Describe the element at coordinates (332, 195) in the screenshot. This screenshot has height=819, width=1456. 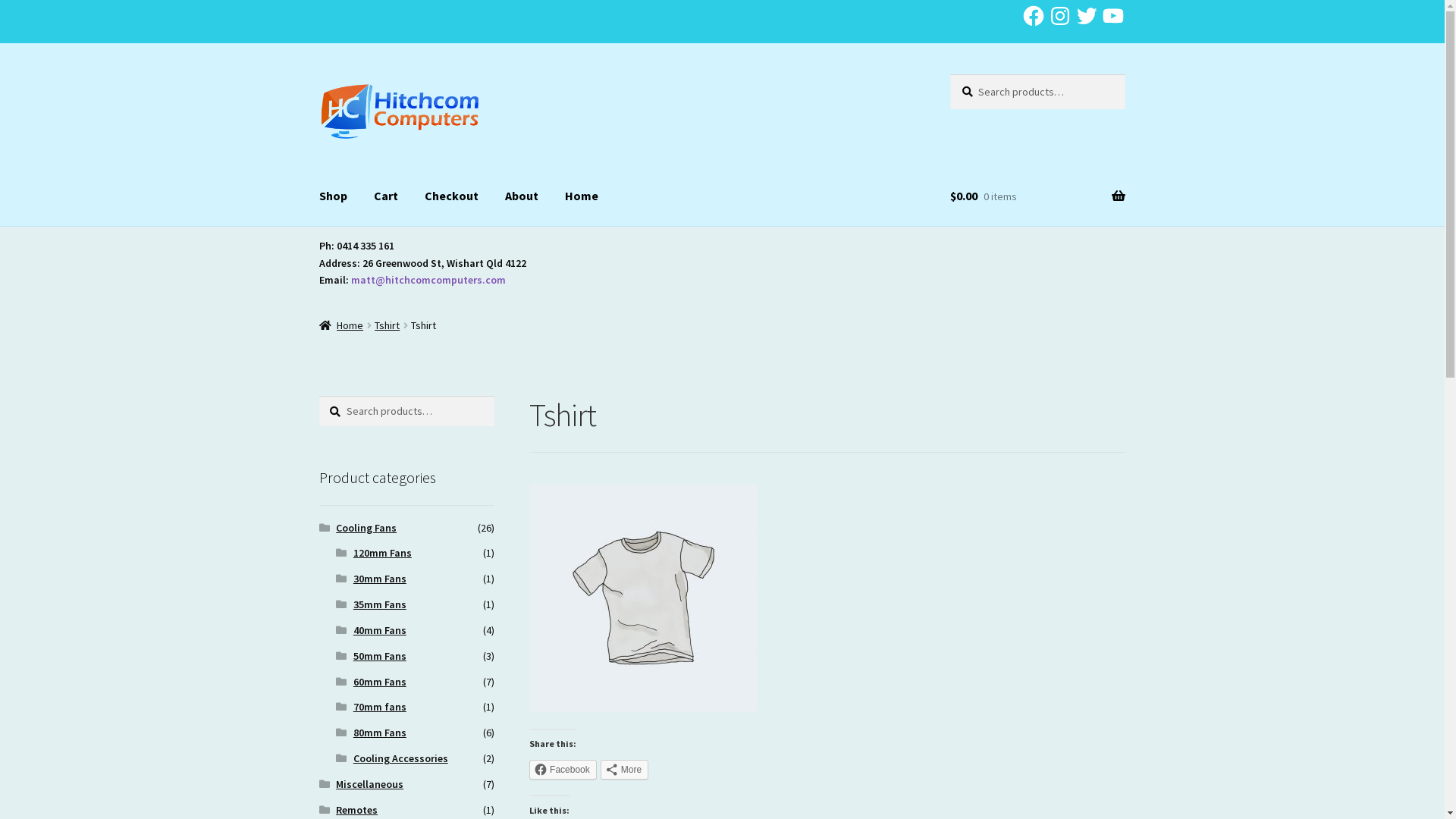
I see `'Shop'` at that location.